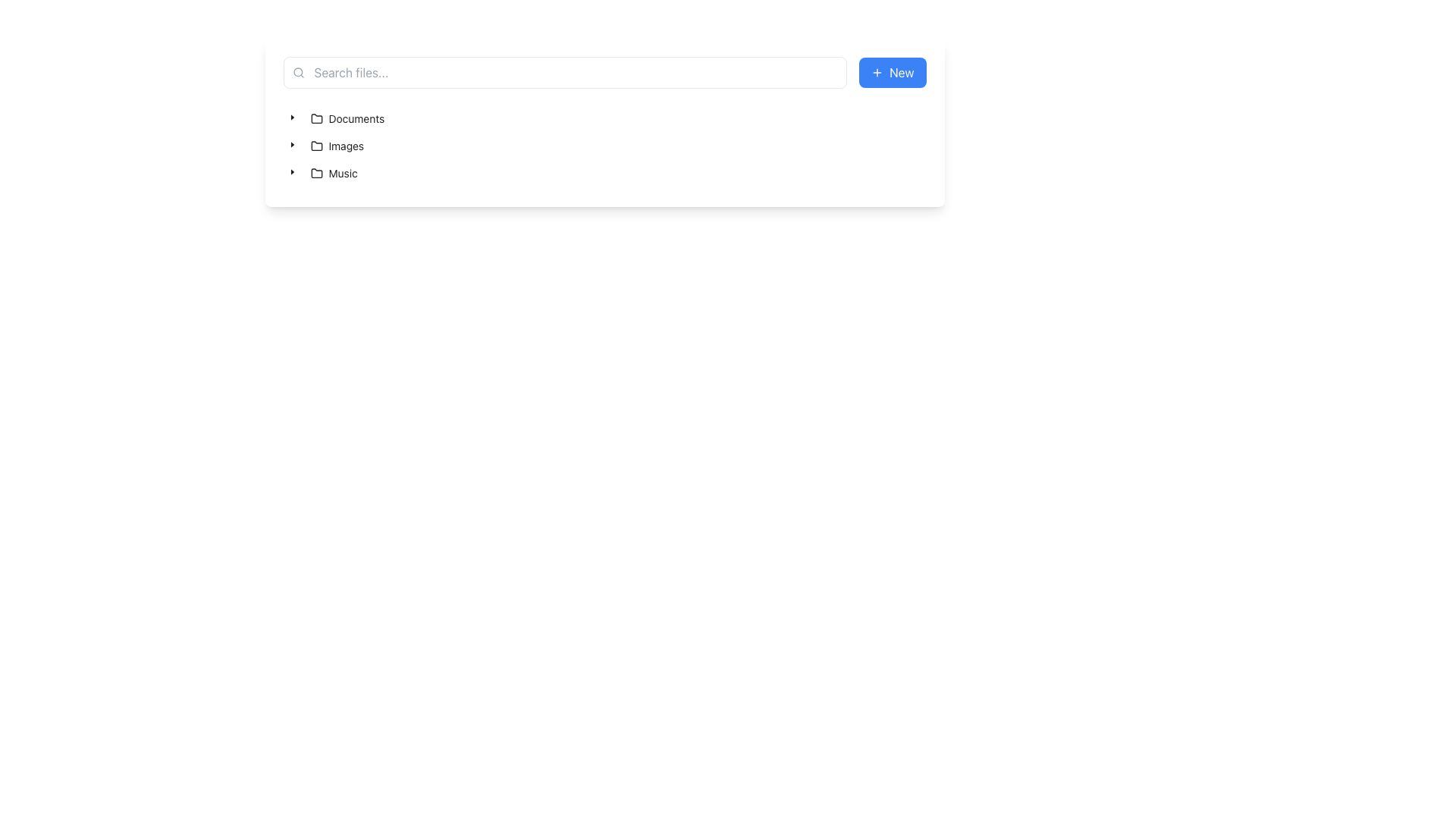 The image size is (1456, 819). I want to click on the Tree view toggle button located to the left of the 'Documents' label, so click(292, 118).